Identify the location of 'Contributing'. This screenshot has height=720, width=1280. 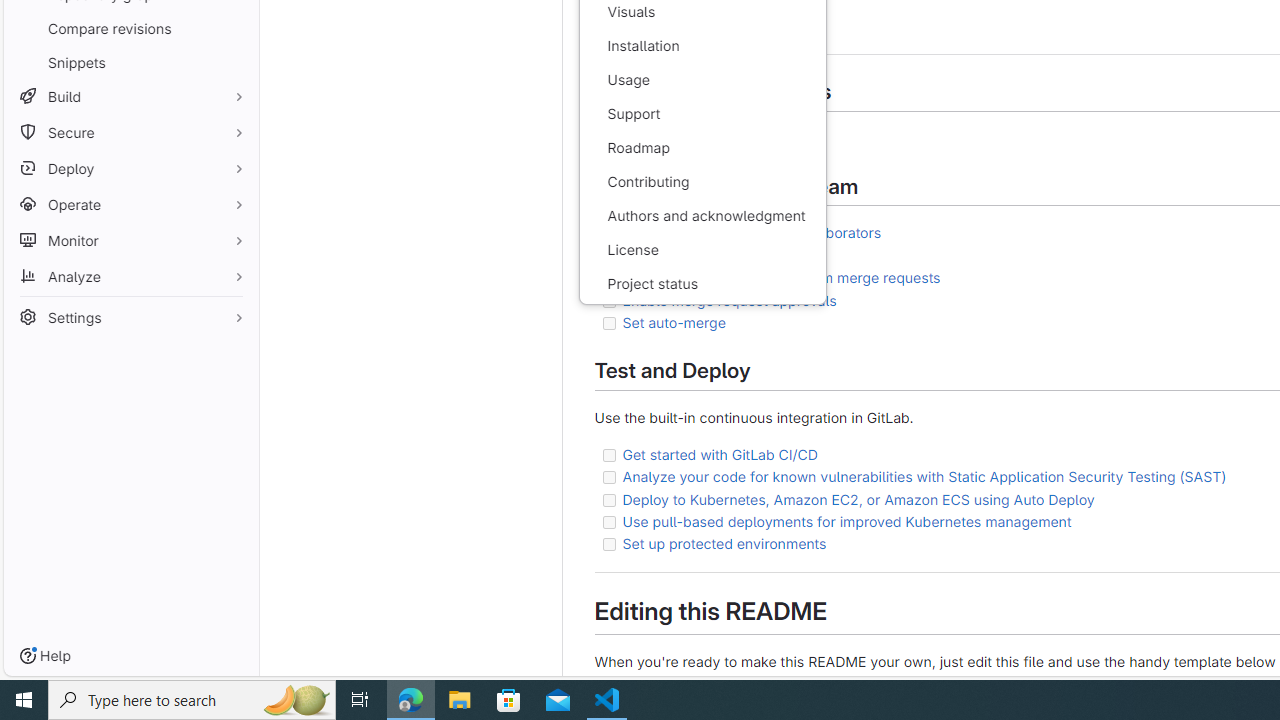
(702, 182).